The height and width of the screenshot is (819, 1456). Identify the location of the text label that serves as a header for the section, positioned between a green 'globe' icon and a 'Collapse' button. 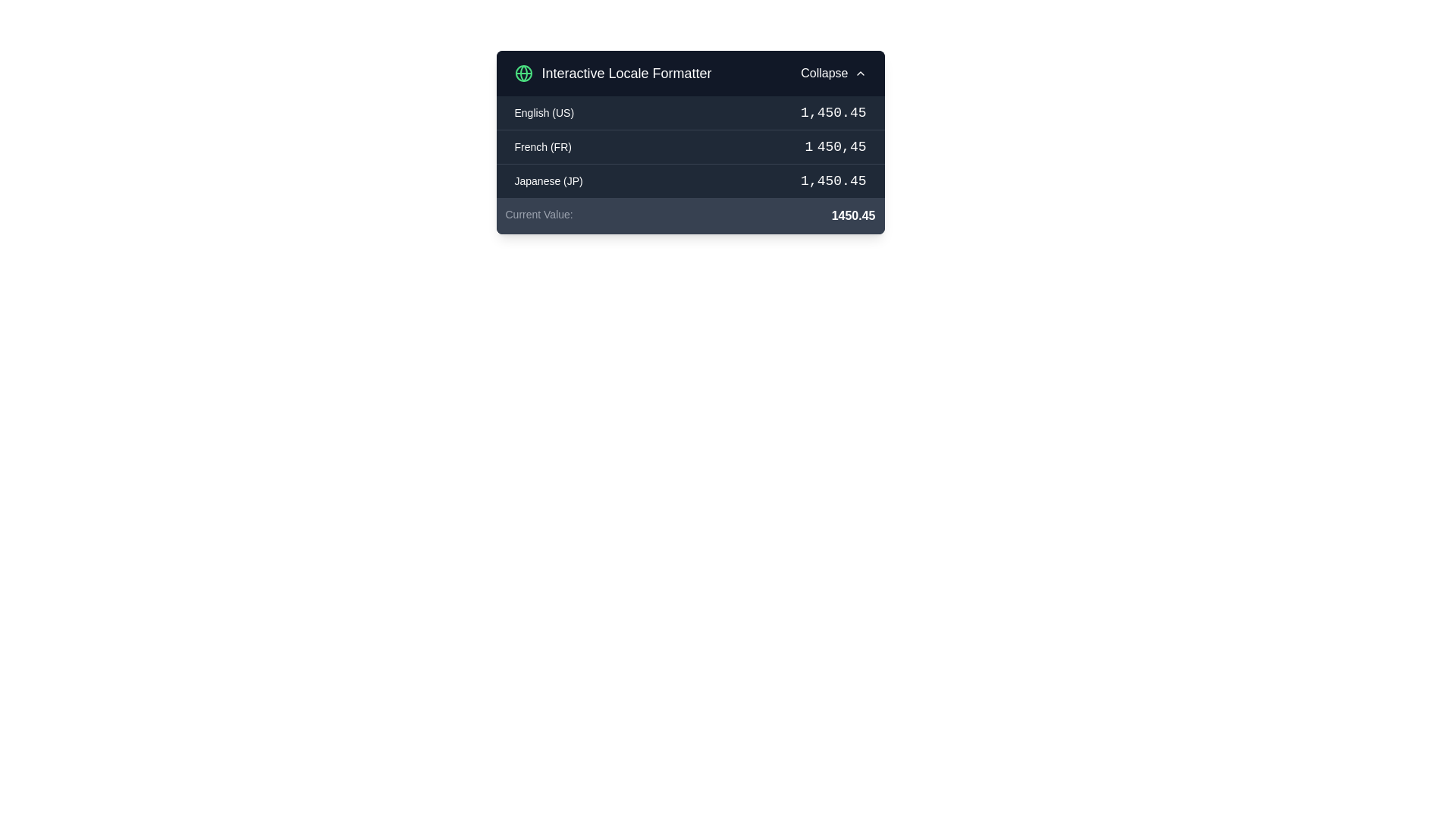
(626, 73).